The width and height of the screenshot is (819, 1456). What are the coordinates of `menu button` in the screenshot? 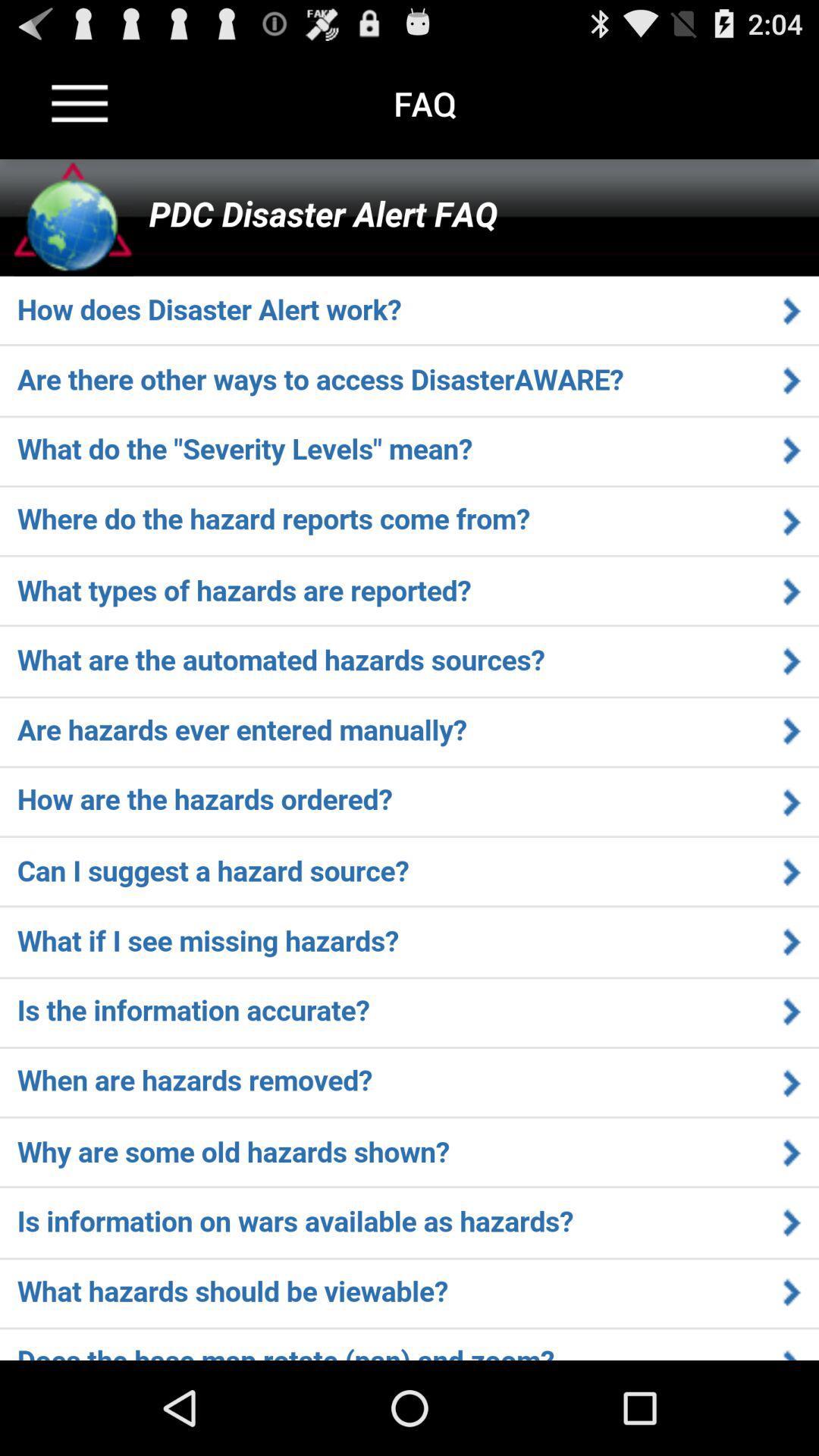 It's located at (80, 102).